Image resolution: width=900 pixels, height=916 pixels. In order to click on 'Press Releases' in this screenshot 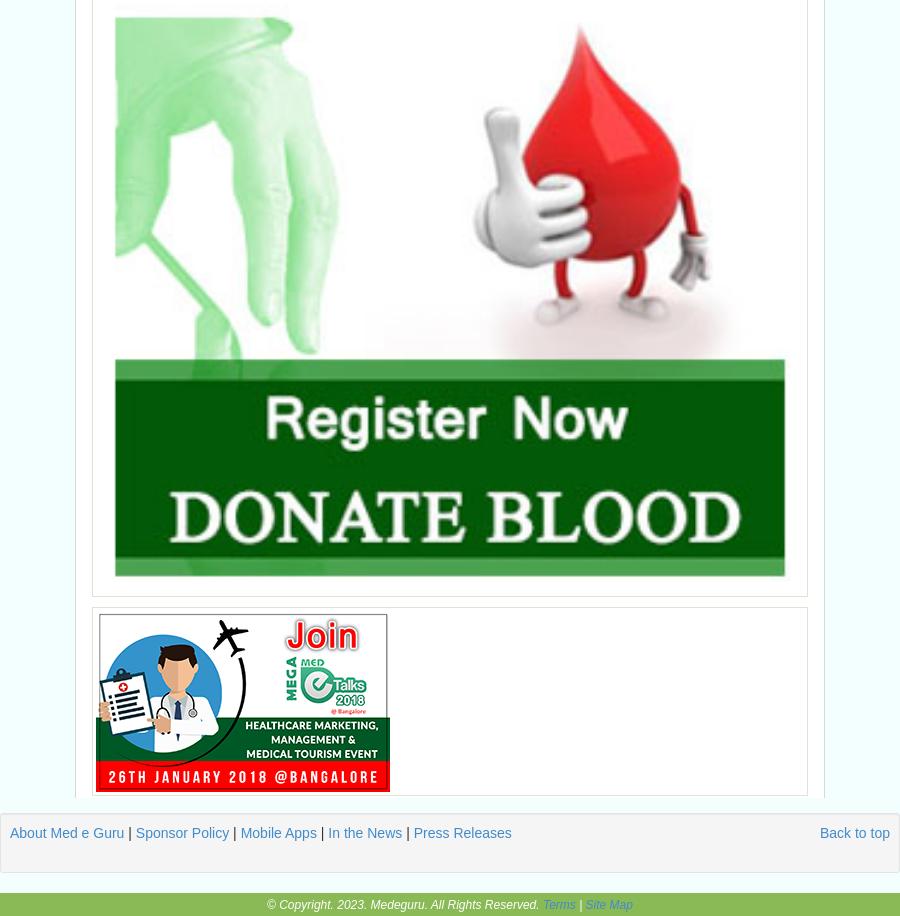, I will do `click(460, 832)`.